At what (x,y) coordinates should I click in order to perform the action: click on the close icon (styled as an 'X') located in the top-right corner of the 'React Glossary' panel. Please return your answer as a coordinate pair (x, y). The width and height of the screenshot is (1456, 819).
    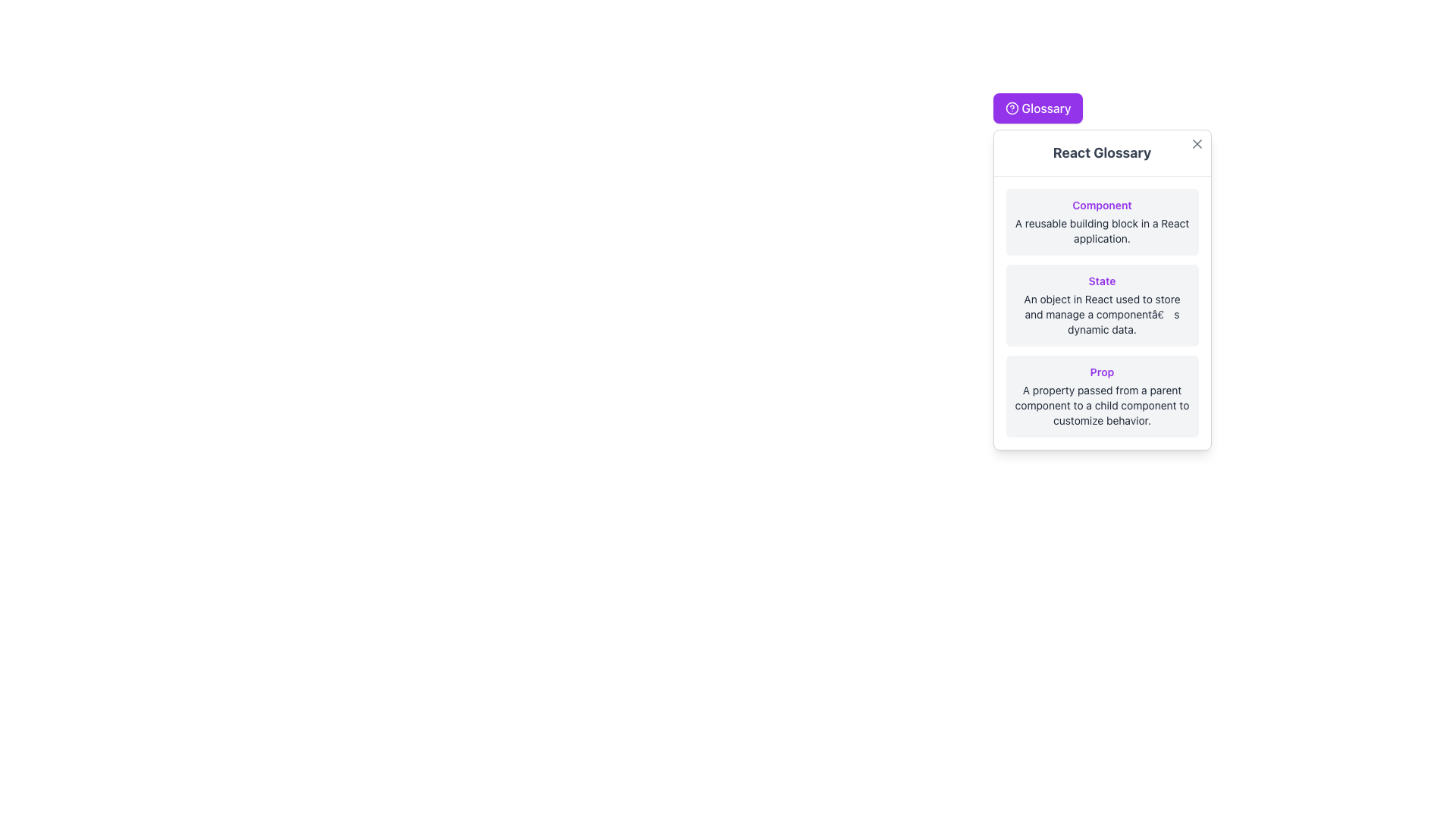
    Looking at the image, I should click on (1196, 143).